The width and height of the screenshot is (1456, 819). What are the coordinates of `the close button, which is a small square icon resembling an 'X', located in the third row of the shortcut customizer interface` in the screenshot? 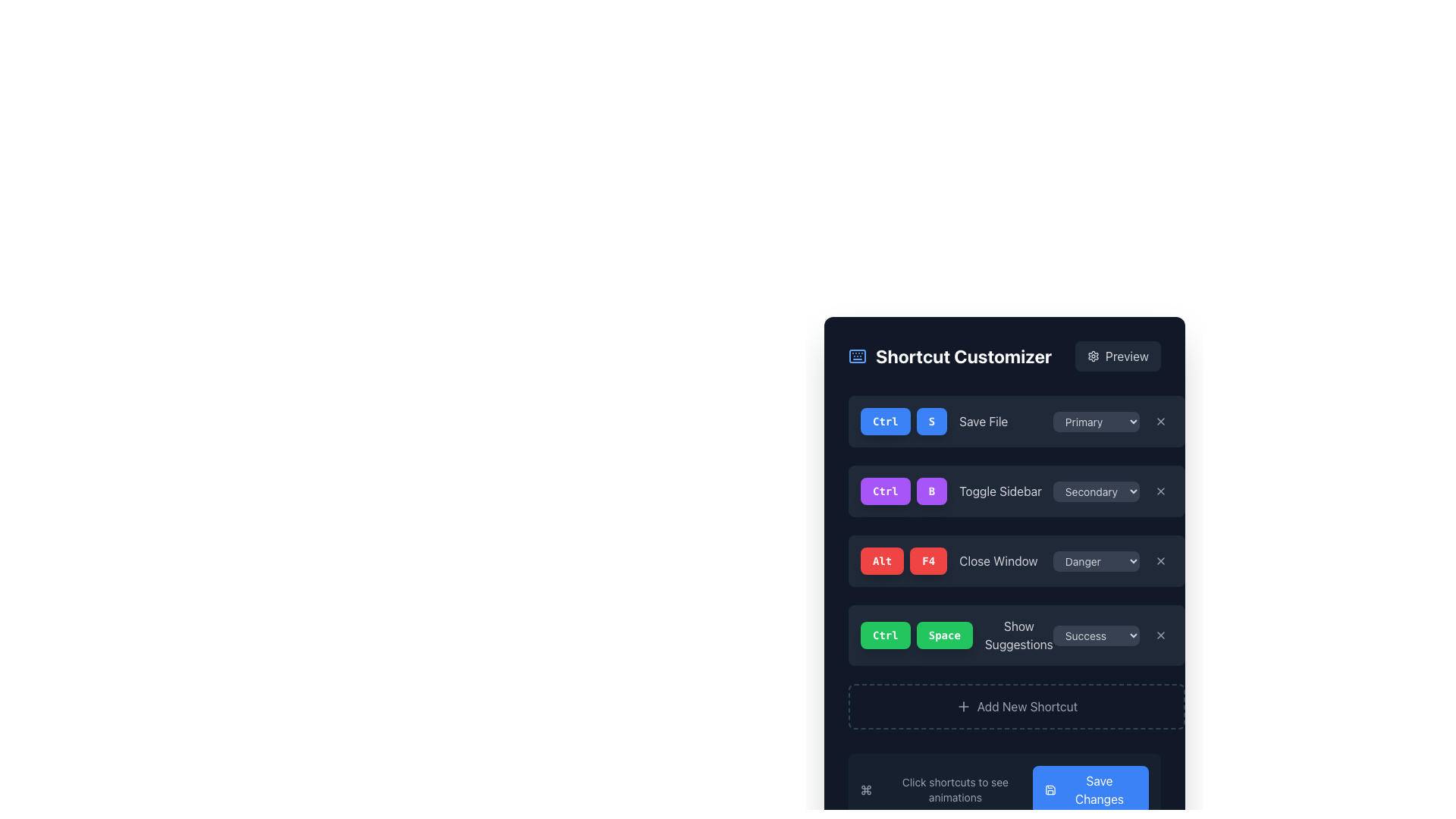 It's located at (1159, 491).